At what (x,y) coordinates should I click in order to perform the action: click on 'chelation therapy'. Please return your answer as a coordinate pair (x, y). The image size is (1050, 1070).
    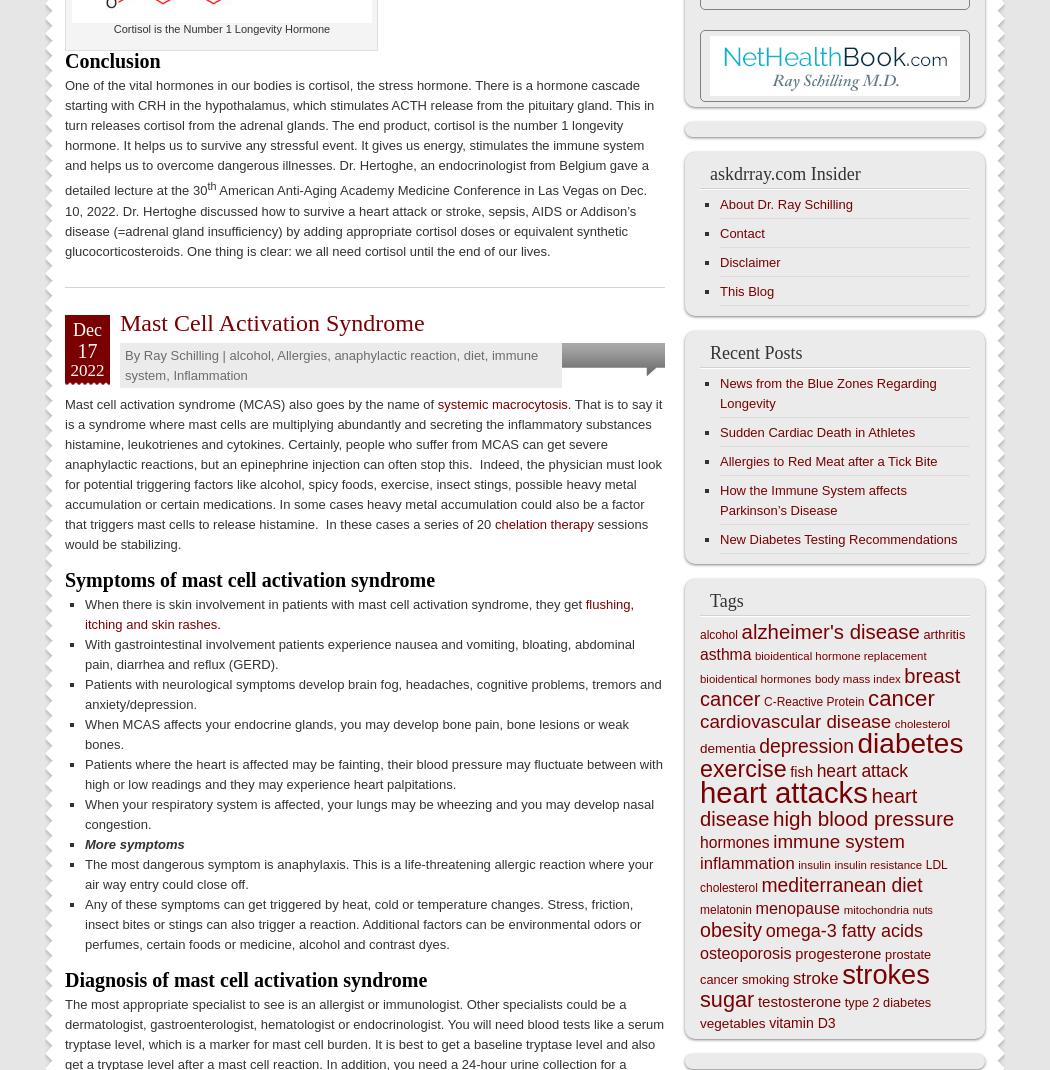
    Looking at the image, I should click on (543, 523).